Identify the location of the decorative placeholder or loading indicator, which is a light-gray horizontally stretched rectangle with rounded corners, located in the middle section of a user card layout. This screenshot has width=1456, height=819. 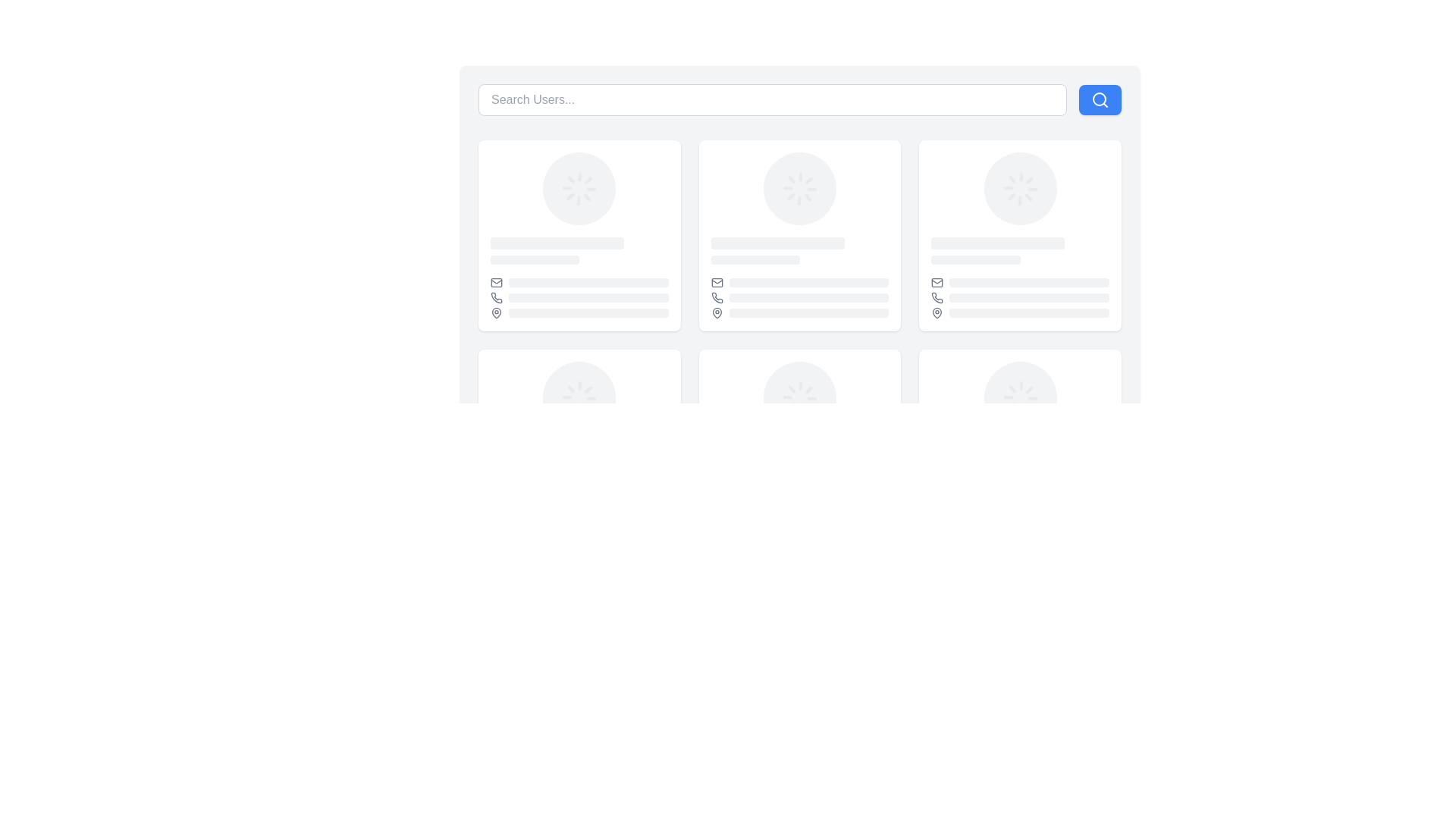
(588, 298).